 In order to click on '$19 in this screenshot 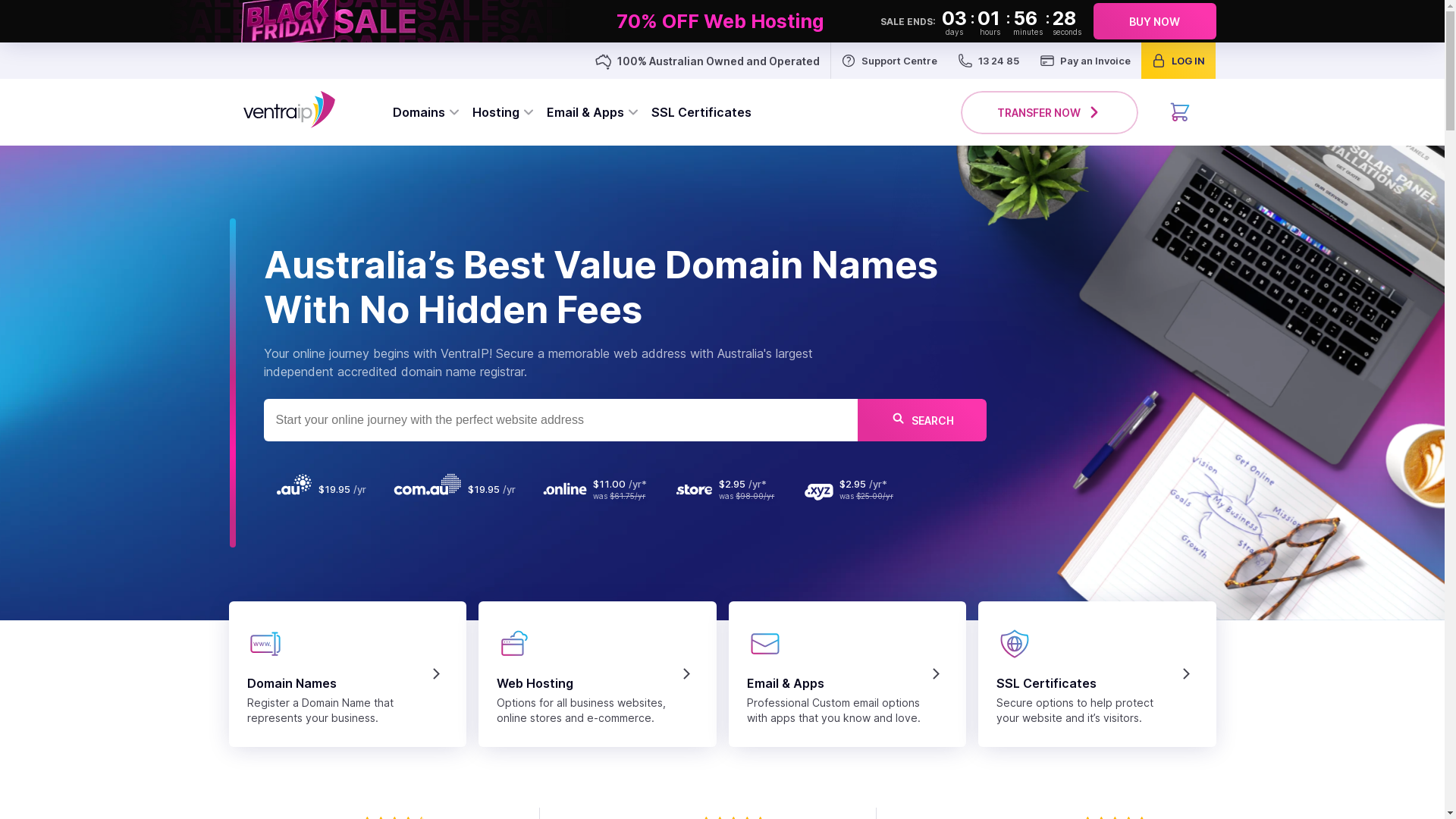, I will do `click(381, 489)`.